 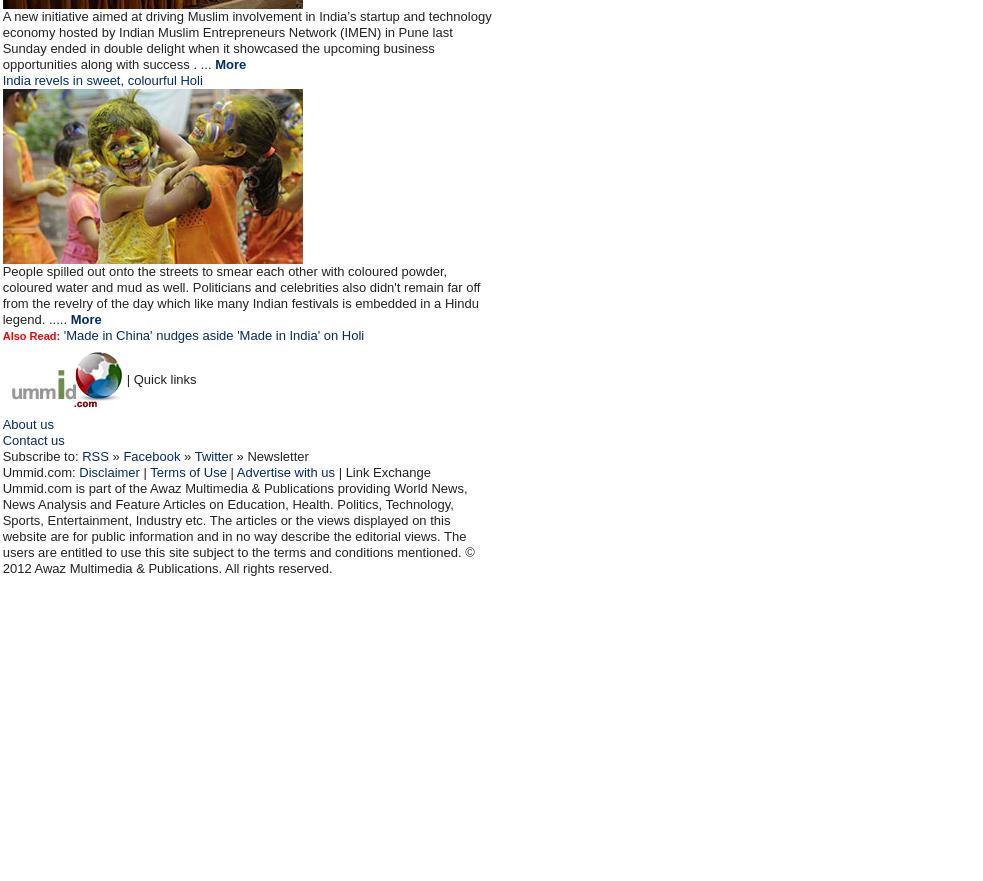 What do you see at coordinates (150, 456) in the screenshot?
I see `'Facebook'` at bounding box center [150, 456].